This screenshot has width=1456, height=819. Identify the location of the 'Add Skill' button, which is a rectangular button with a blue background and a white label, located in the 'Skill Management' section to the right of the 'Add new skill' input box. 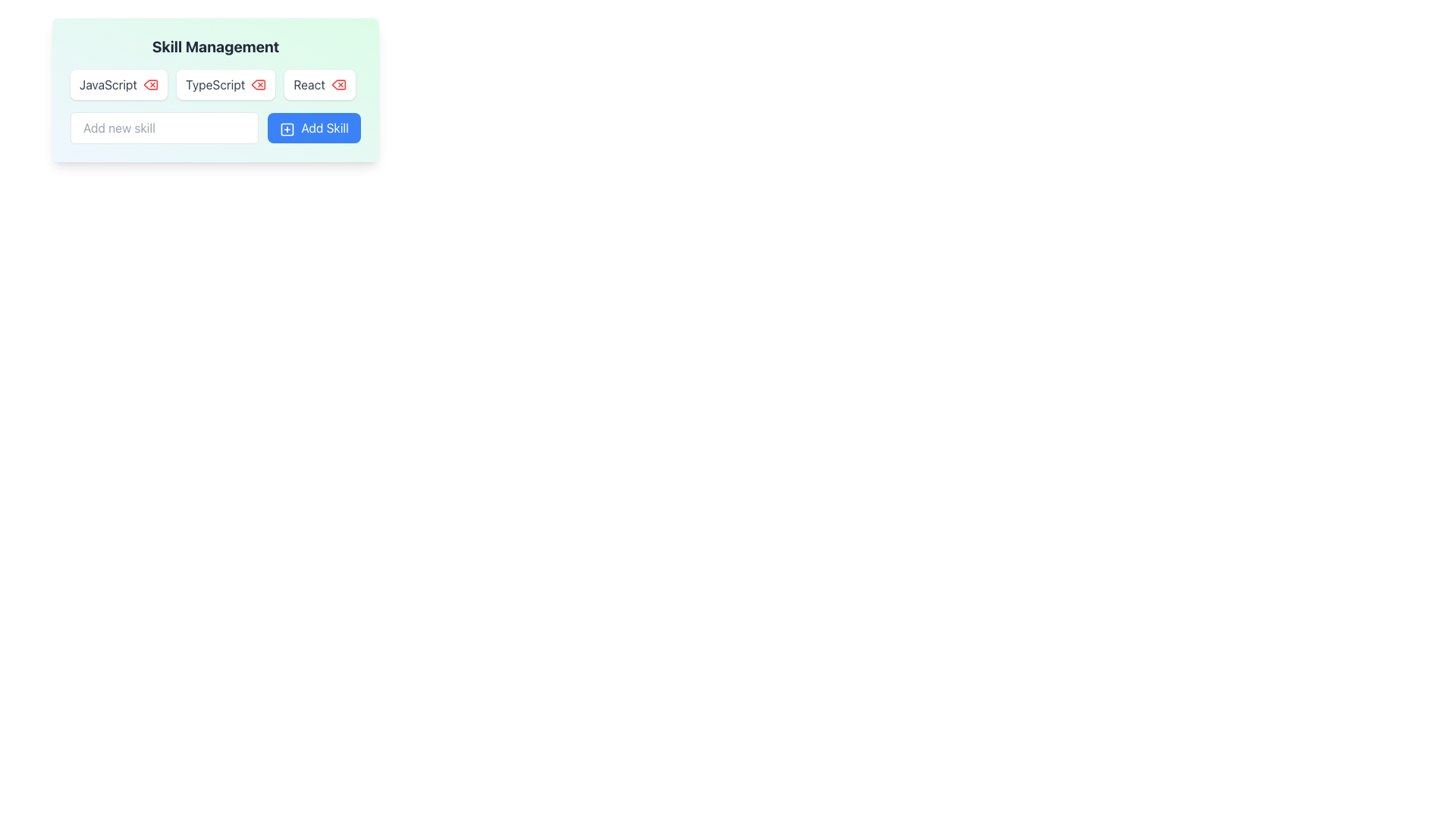
(313, 127).